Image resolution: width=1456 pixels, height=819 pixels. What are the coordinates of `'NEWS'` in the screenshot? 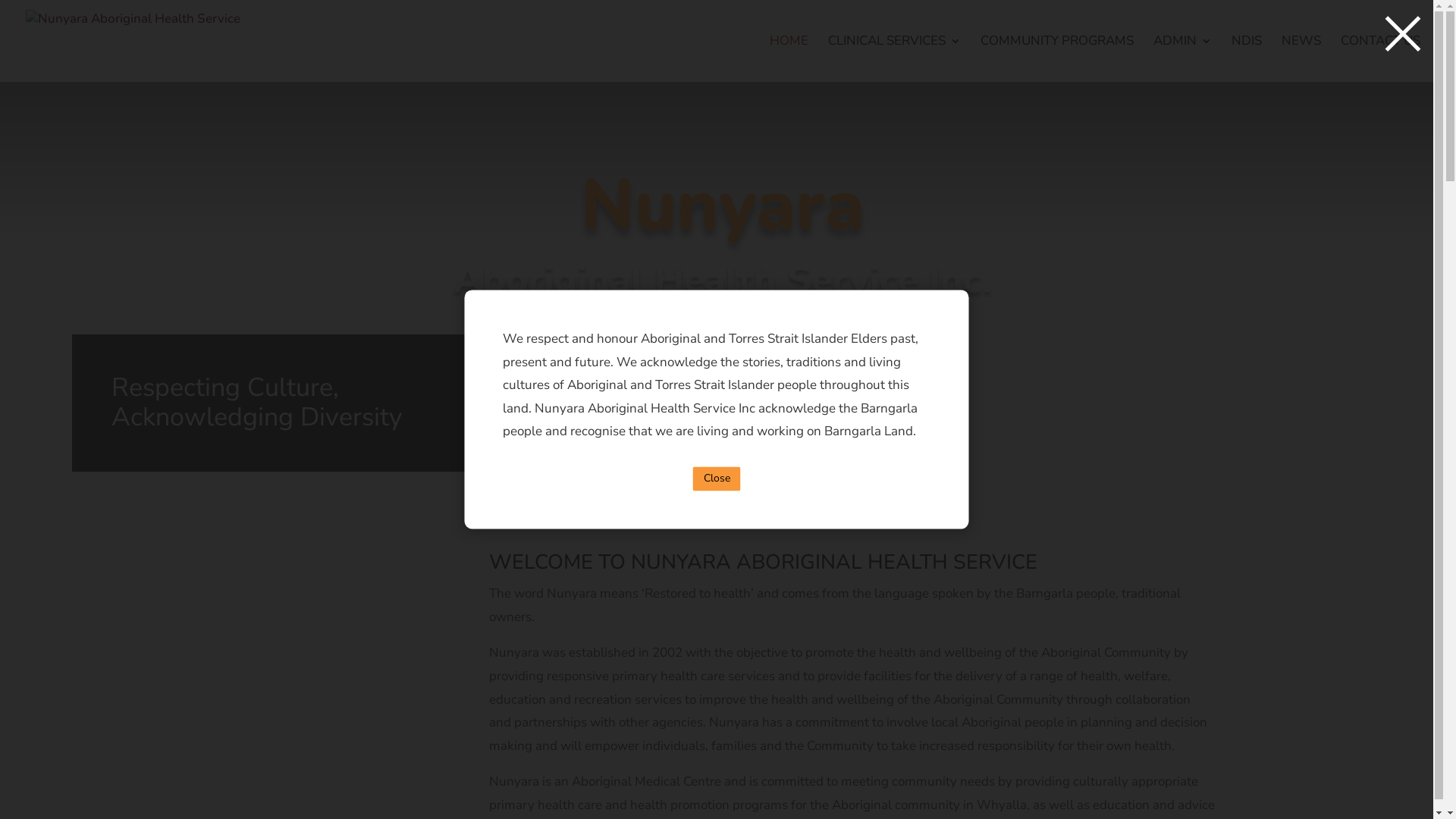 It's located at (1301, 58).